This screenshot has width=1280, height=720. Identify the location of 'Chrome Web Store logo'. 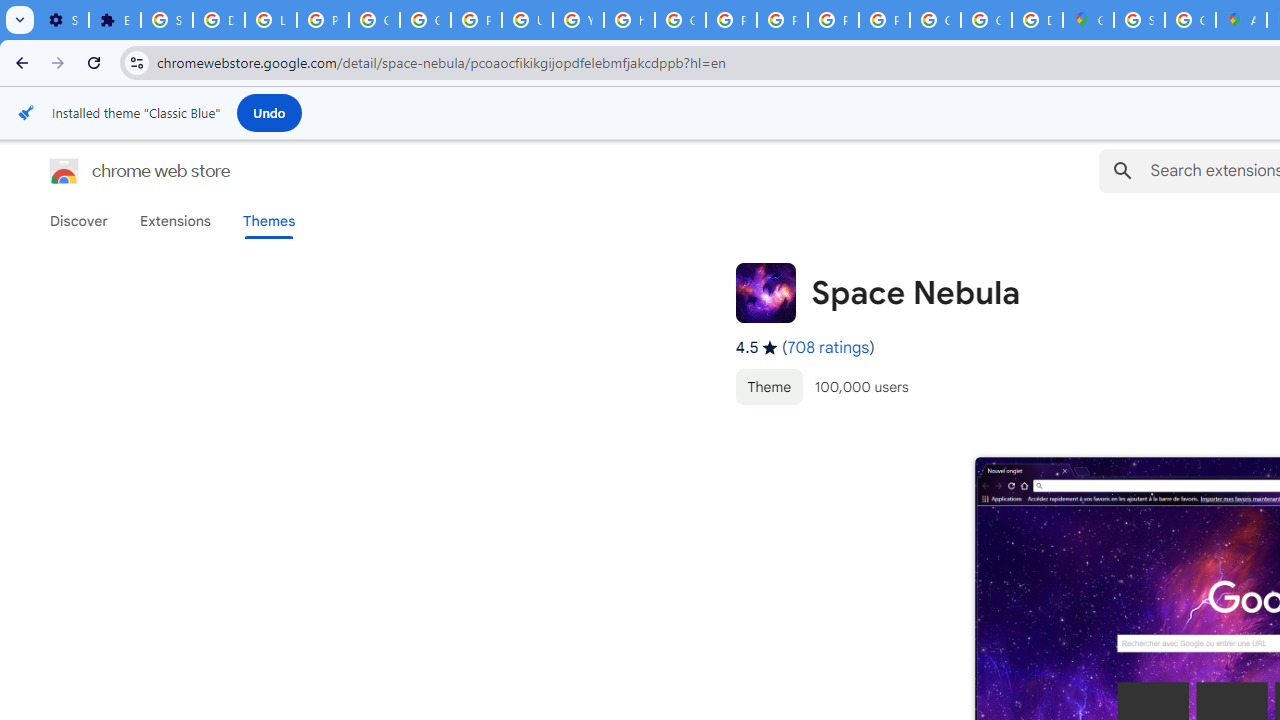
(64, 170).